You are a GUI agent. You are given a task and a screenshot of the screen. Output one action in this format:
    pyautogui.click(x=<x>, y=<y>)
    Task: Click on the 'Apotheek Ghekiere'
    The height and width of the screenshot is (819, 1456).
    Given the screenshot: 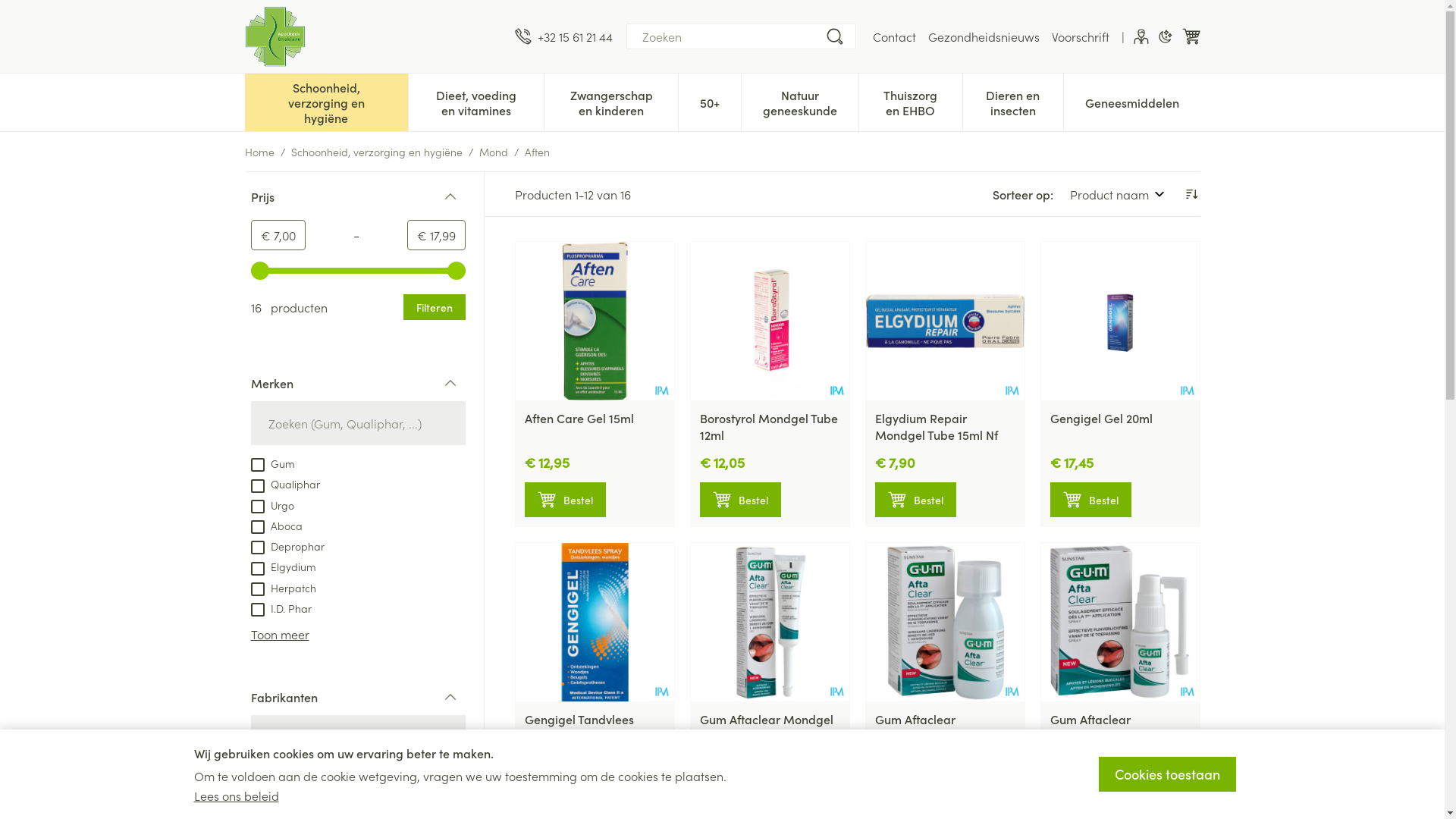 What is the action you would take?
    pyautogui.click(x=243, y=35)
    